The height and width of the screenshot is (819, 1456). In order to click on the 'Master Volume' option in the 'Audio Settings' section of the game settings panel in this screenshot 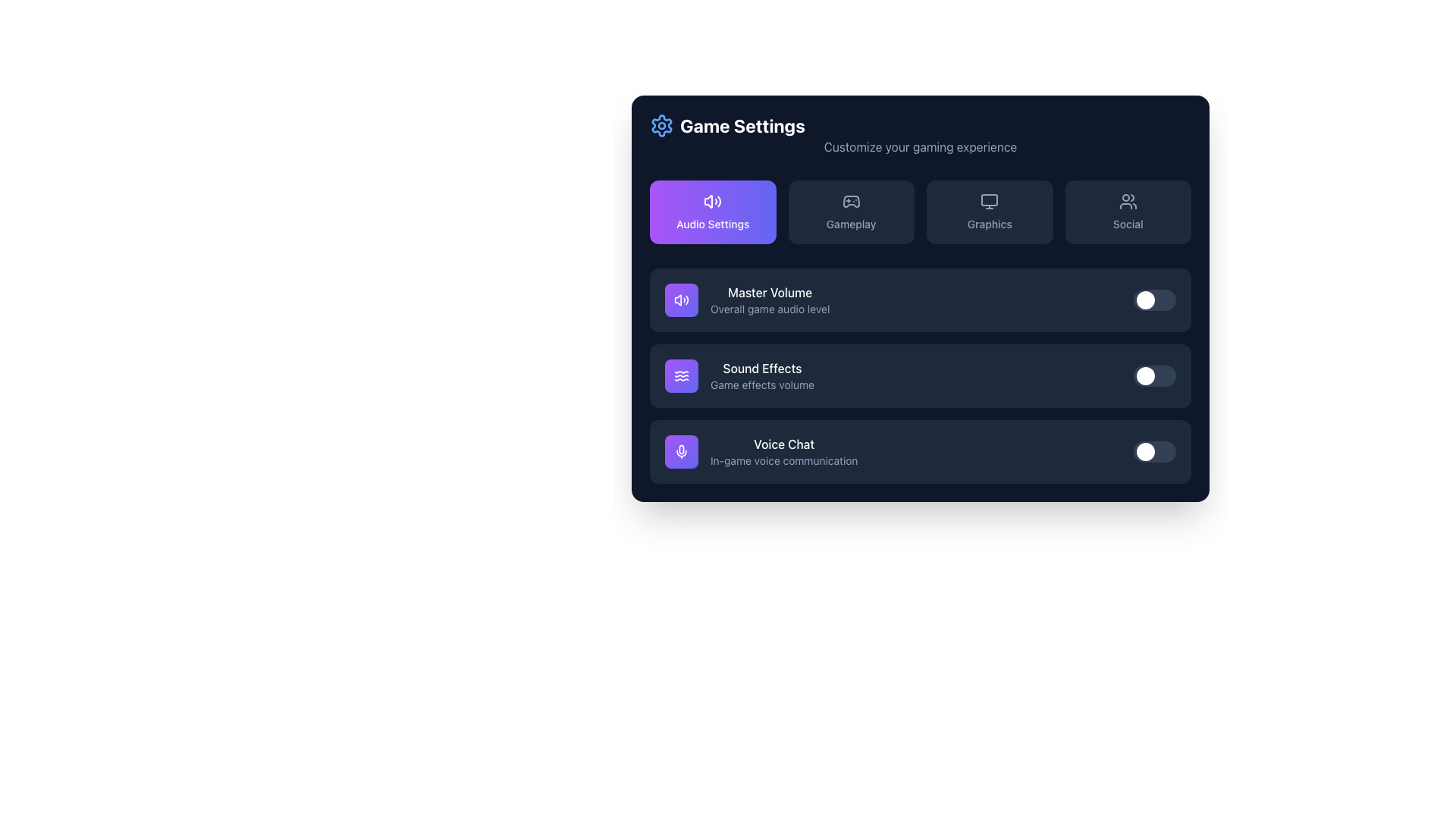, I will do `click(920, 300)`.